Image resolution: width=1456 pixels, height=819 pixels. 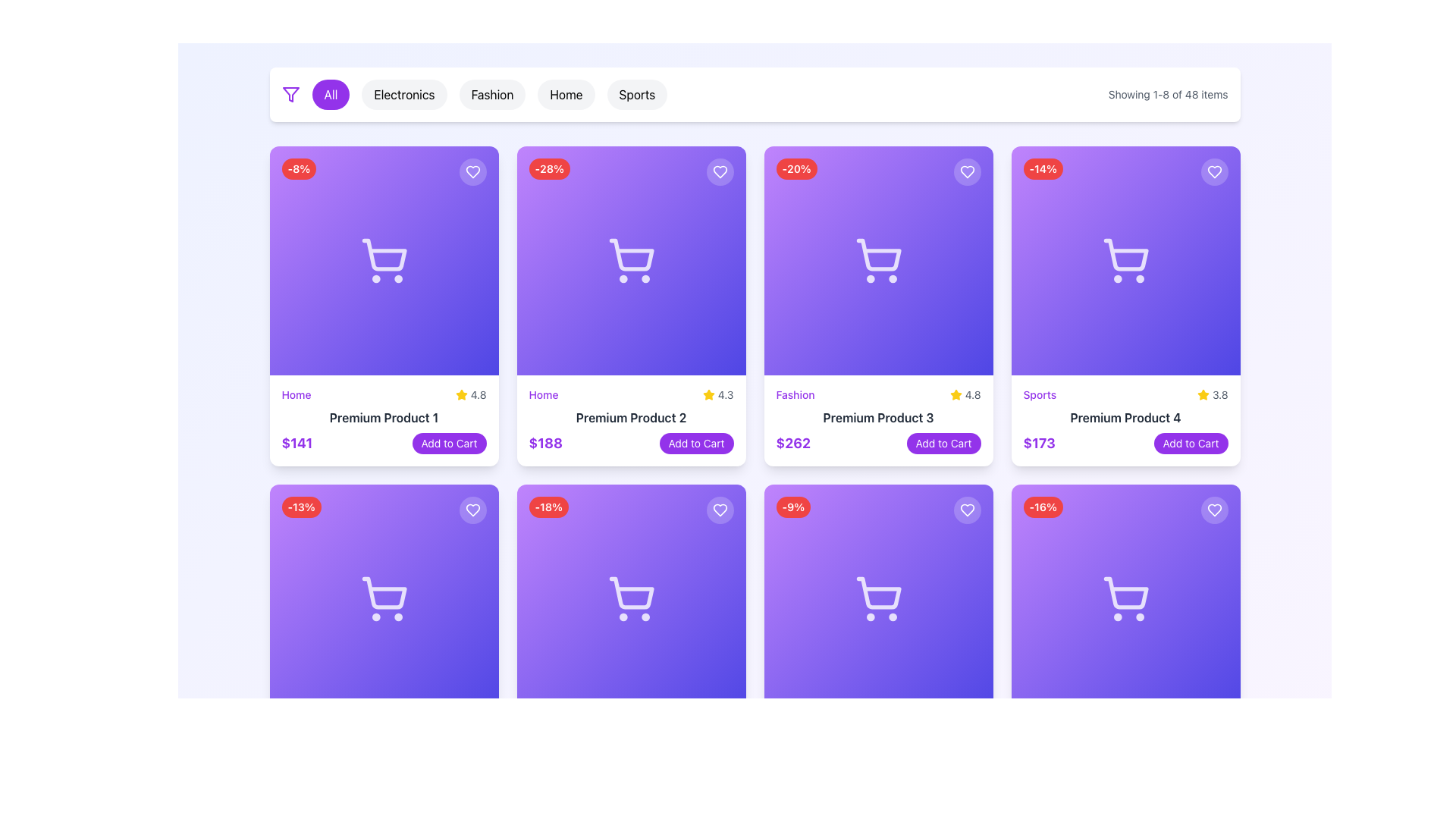 What do you see at coordinates (1220, 394) in the screenshot?
I see `the static text displaying the numeric rating value for 'Premium Product 4', located to the right of the yellow star icon` at bounding box center [1220, 394].